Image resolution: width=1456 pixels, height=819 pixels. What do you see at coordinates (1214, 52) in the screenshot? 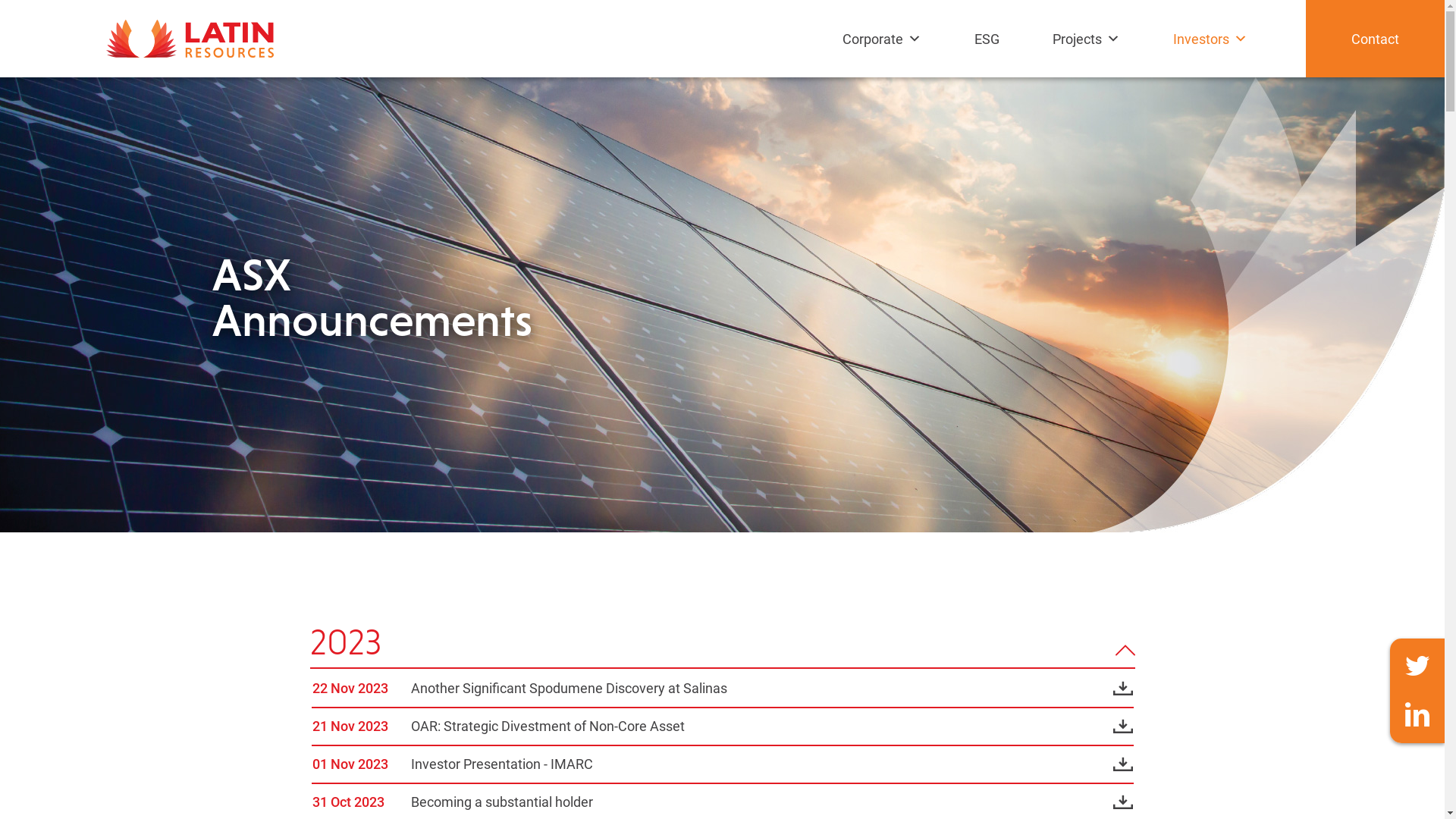
I see `'Investors'` at bounding box center [1214, 52].